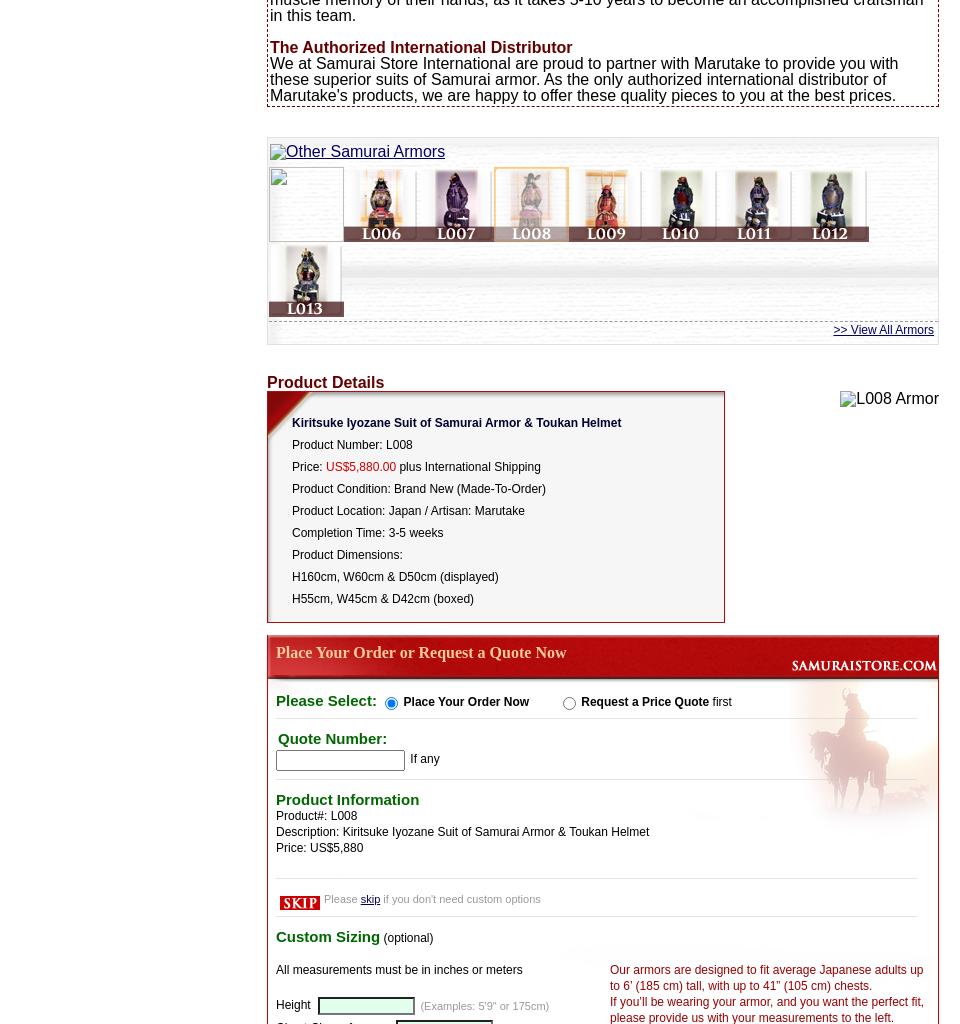 This screenshot has width=960, height=1024. What do you see at coordinates (347, 798) in the screenshot?
I see `'Product Information'` at bounding box center [347, 798].